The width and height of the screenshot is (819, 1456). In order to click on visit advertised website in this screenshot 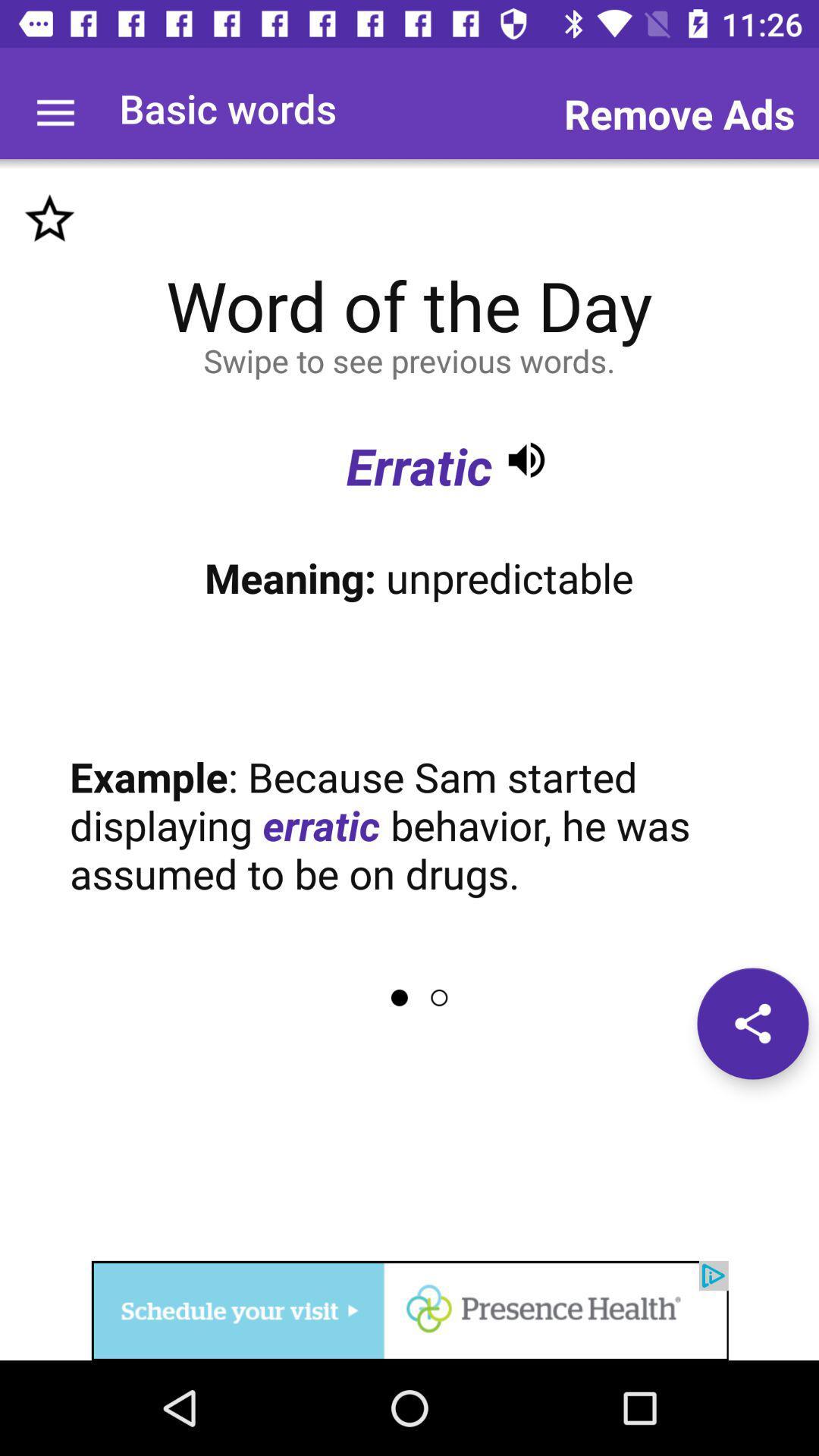, I will do `click(409, 1310)`.